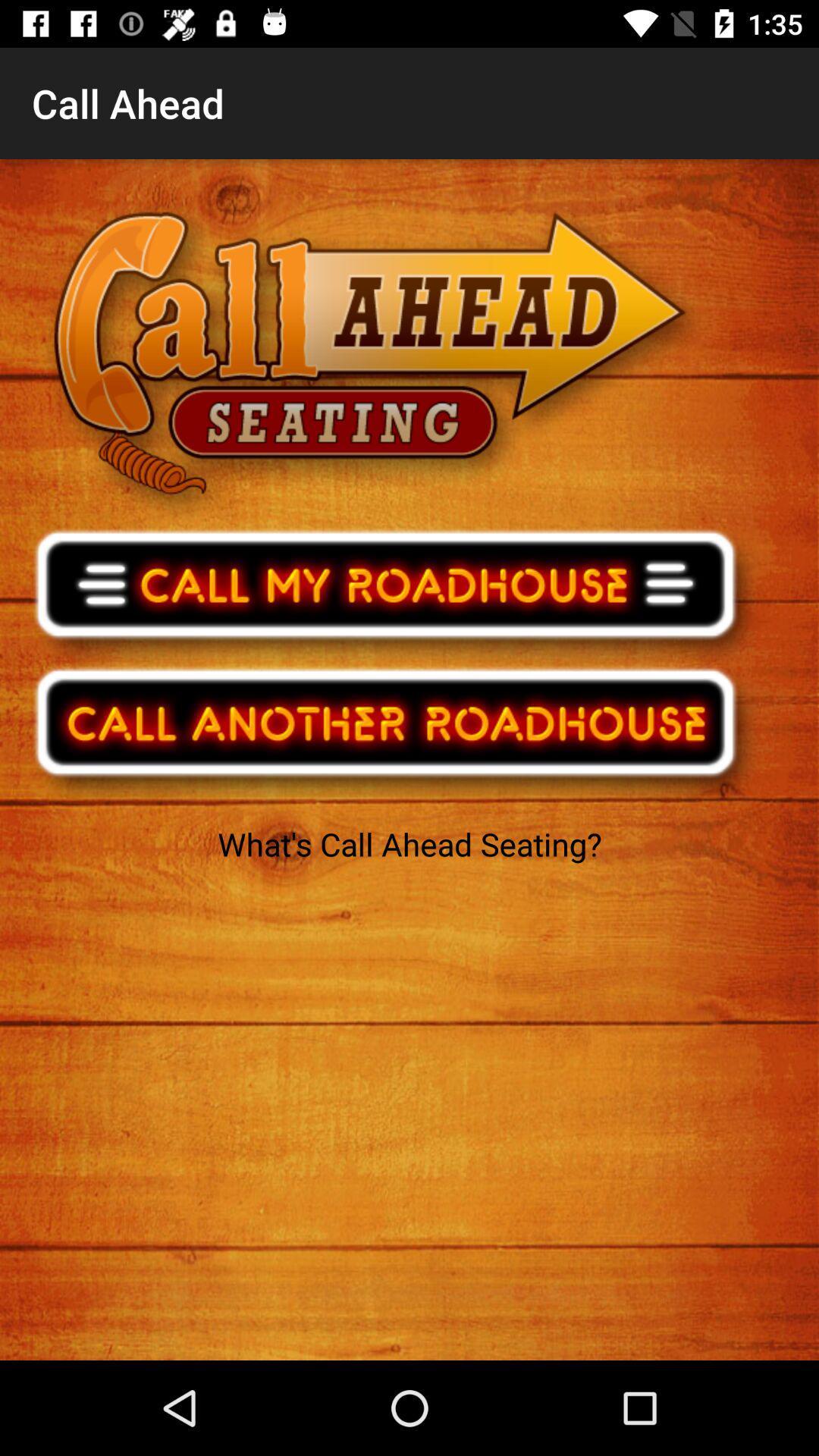 This screenshot has width=819, height=1456. What do you see at coordinates (395, 592) in the screenshot?
I see `call local roadhouse` at bounding box center [395, 592].